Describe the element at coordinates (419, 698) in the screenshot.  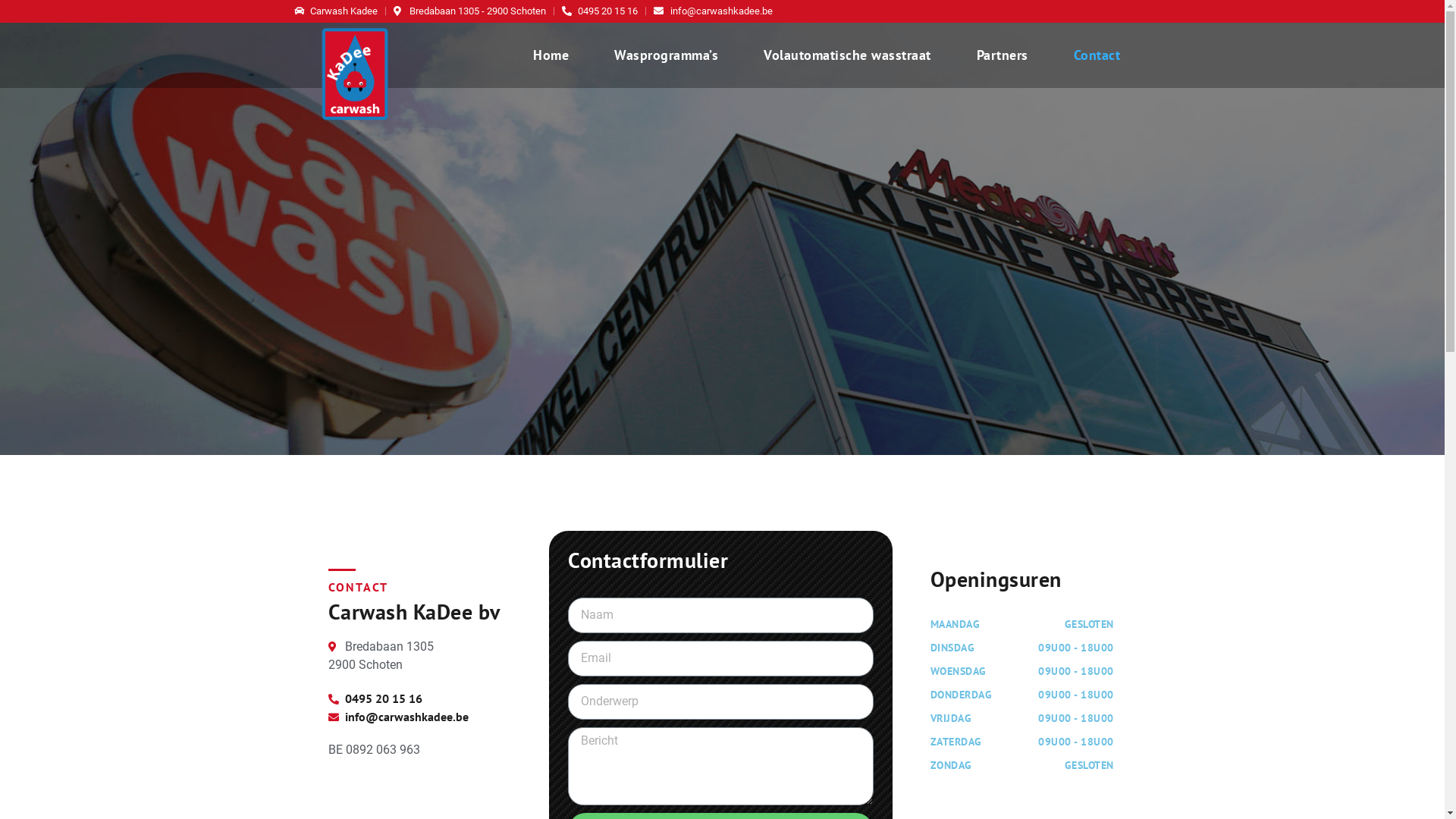
I see `'0495 20 15 16'` at that location.